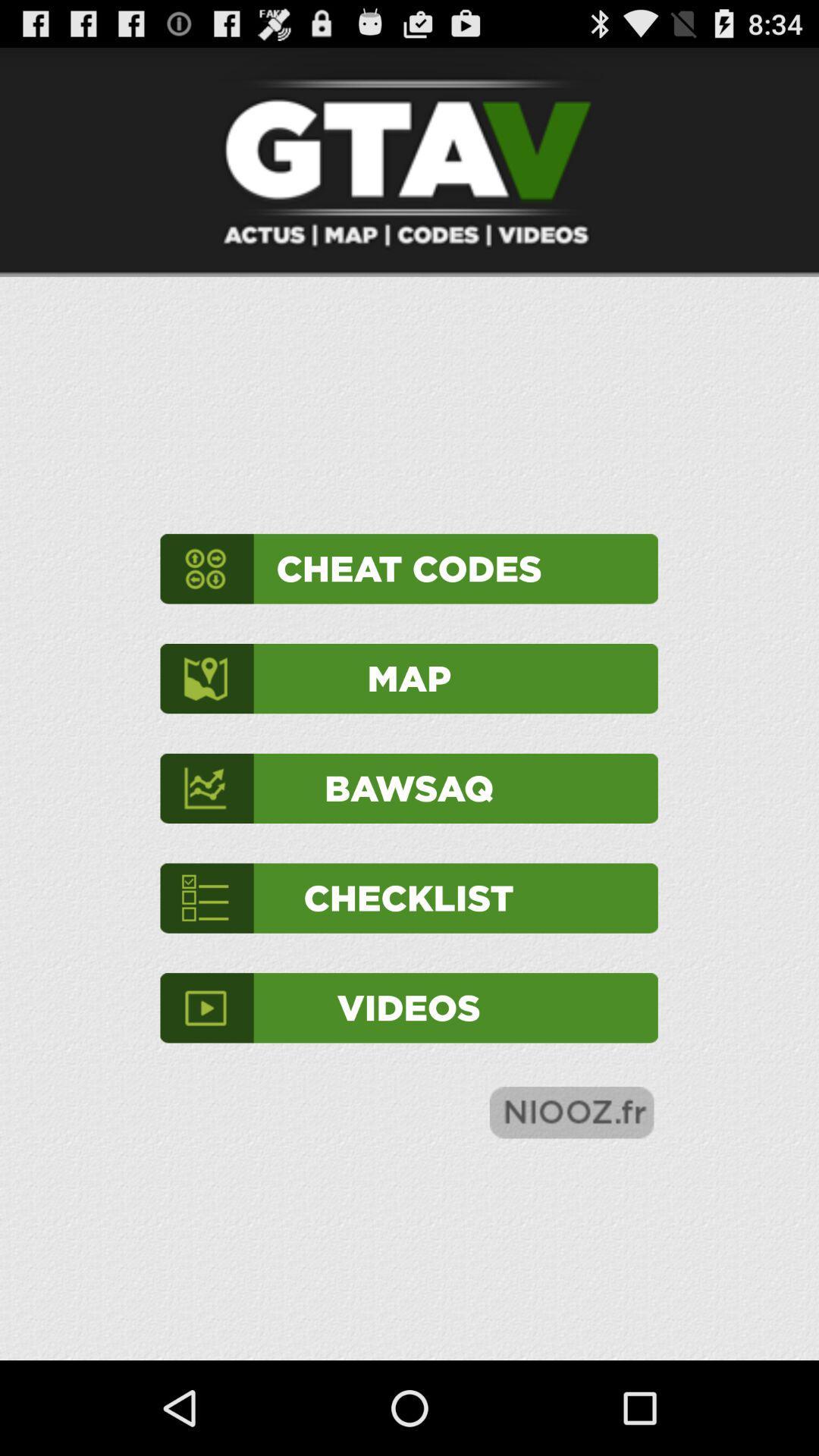  I want to click on bawsaq item, so click(408, 788).